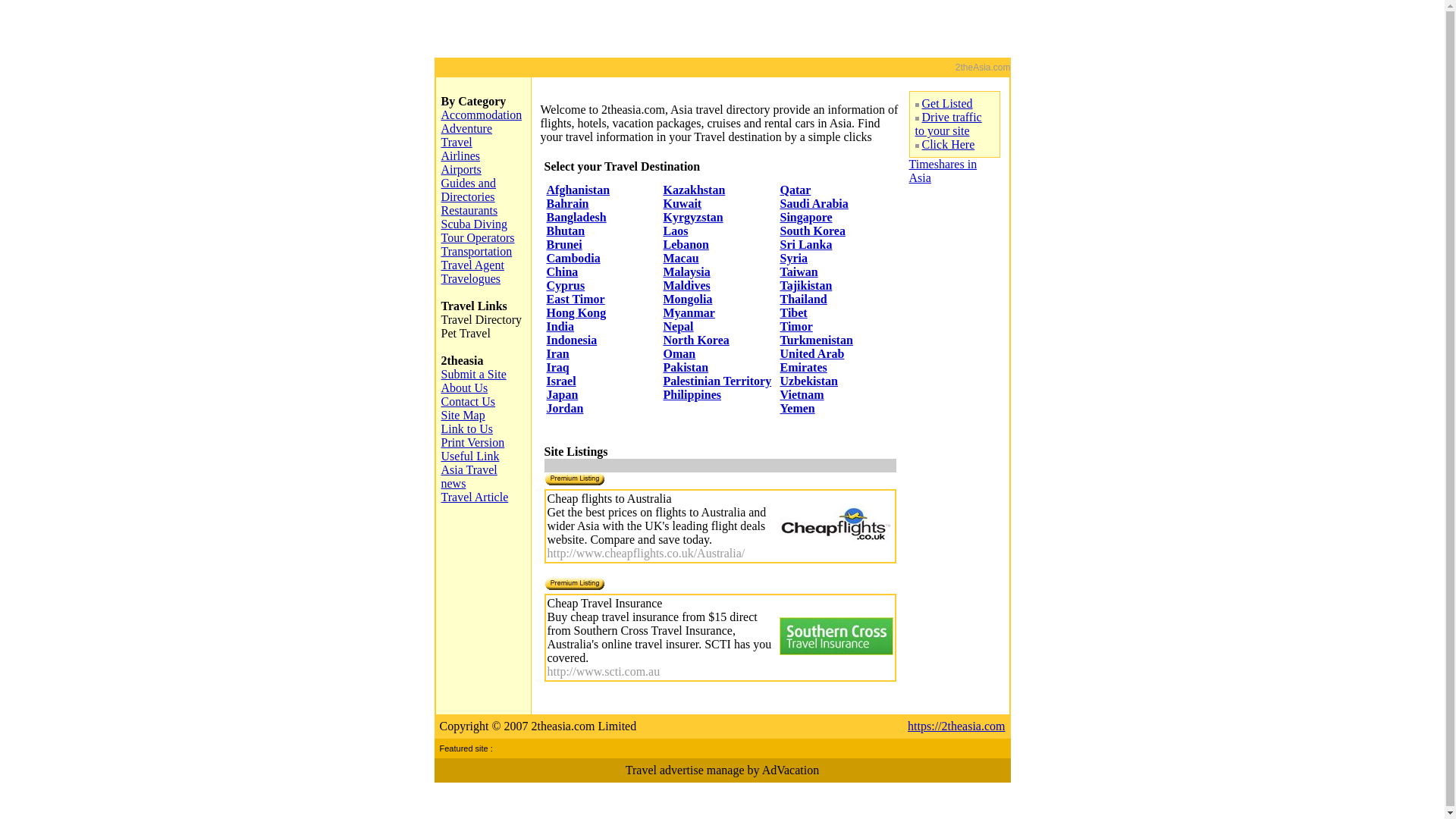 The width and height of the screenshot is (1456, 819). Describe the element at coordinates (779, 407) in the screenshot. I see `'Yemen'` at that location.